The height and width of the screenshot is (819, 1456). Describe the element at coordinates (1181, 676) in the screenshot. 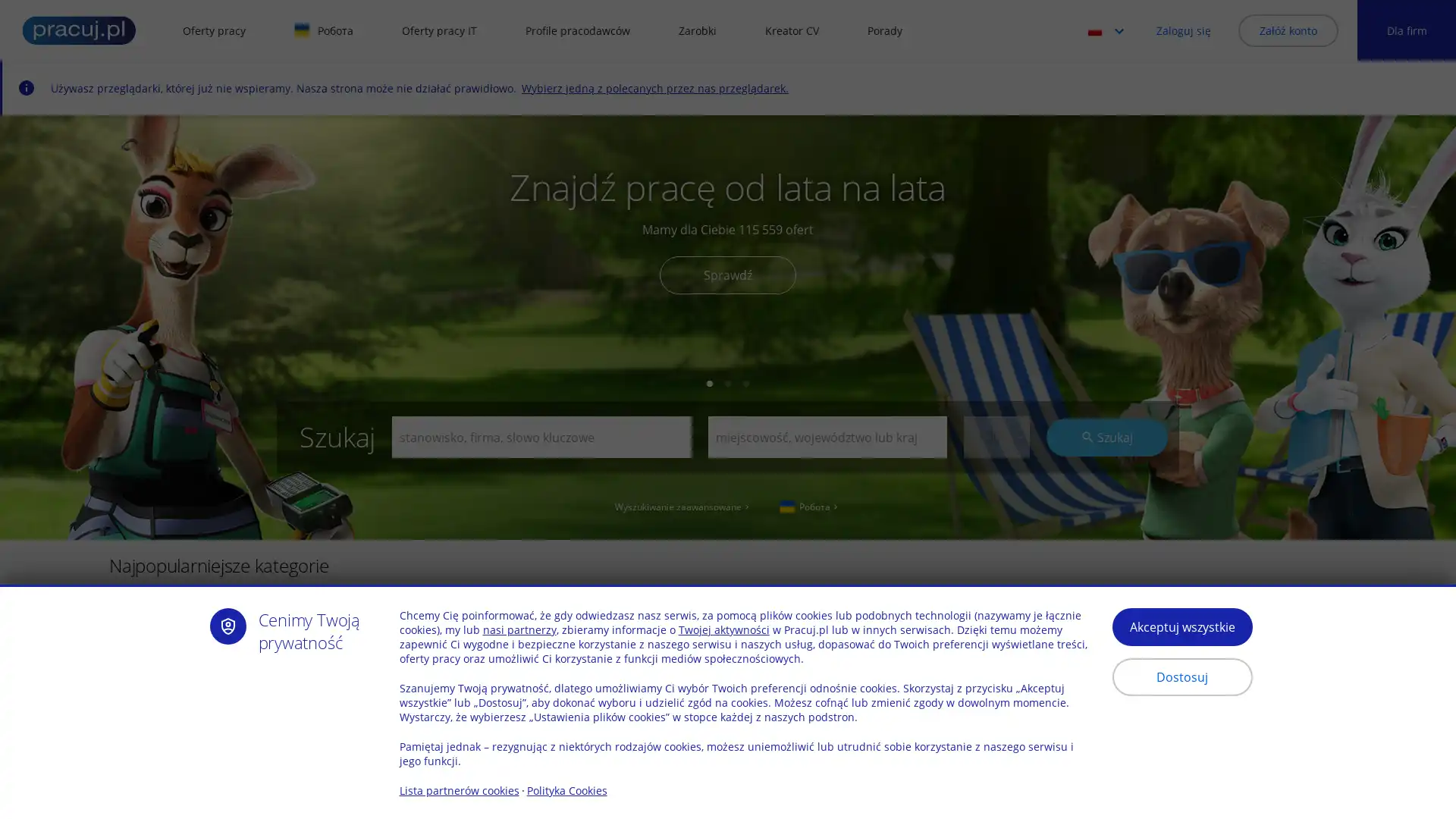

I see `Dostosuj` at that location.